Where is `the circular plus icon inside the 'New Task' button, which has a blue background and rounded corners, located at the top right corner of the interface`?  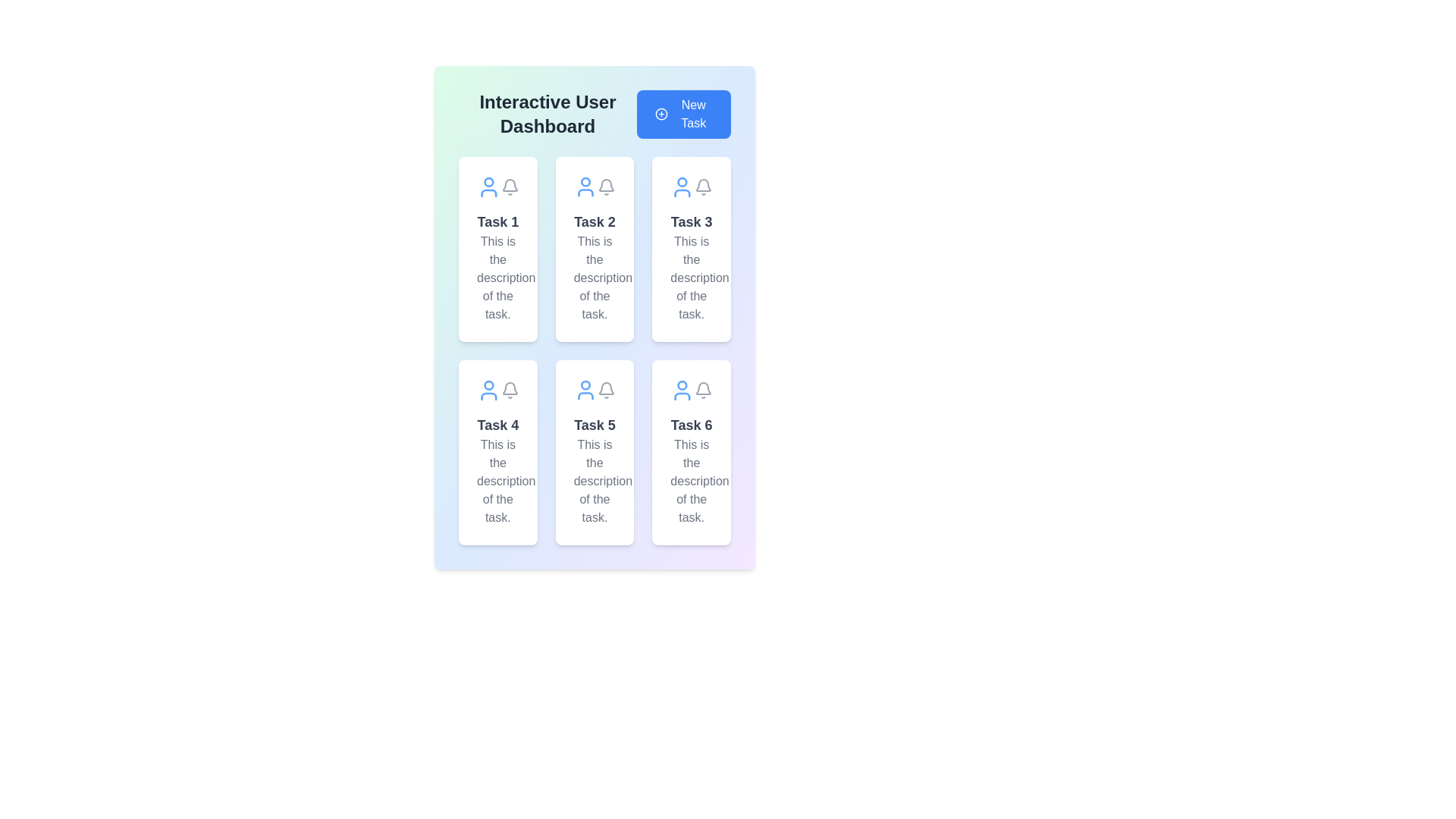
the circular plus icon inside the 'New Task' button, which has a blue background and rounded corners, located at the top right corner of the interface is located at coordinates (661, 113).